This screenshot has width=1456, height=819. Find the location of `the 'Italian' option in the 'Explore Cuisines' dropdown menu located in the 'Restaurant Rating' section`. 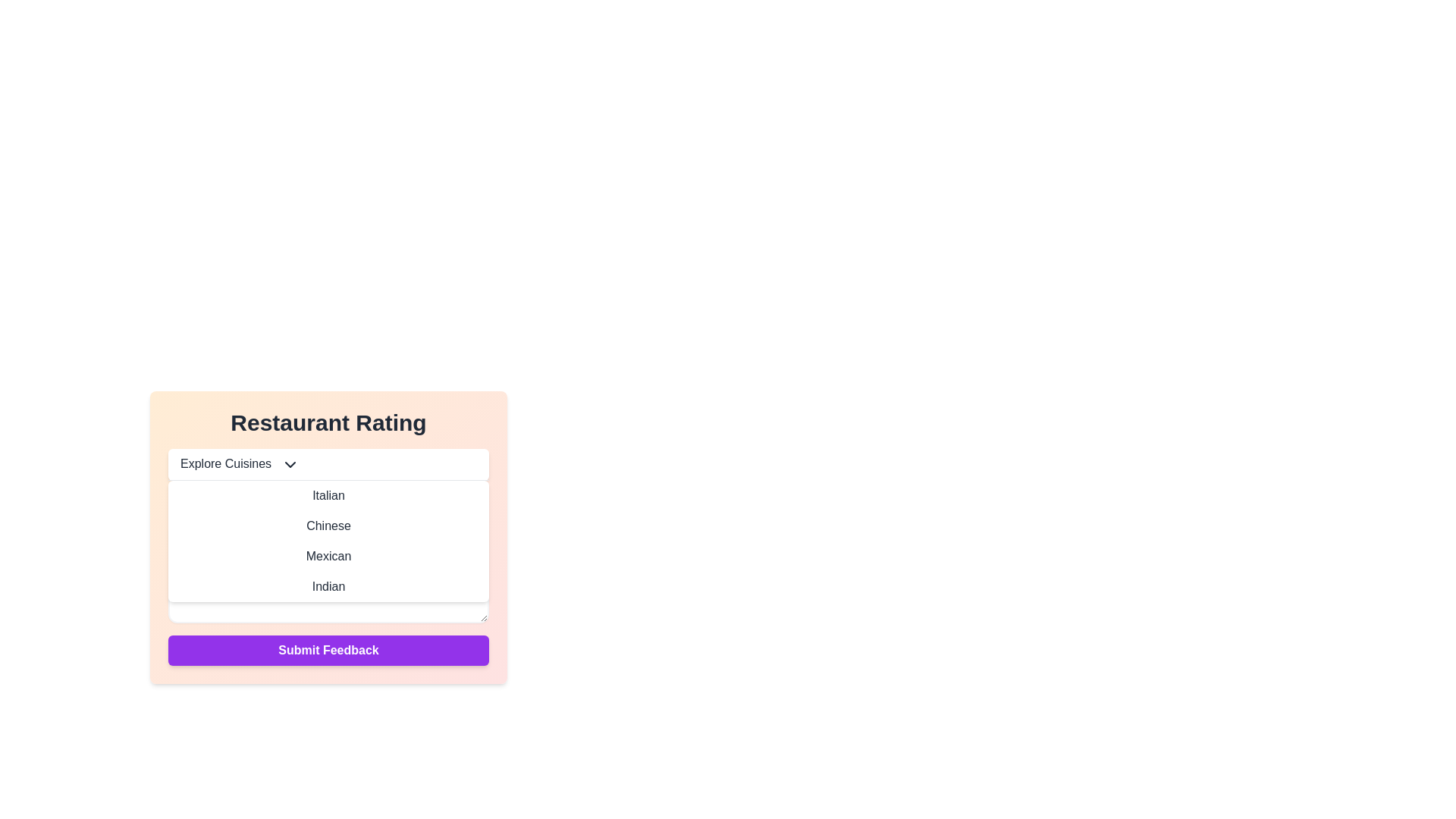

the 'Italian' option in the 'Explore Cuisines' dropdown menu located in the 'Restaurant Rating' section is located at coordinates (328, 501).